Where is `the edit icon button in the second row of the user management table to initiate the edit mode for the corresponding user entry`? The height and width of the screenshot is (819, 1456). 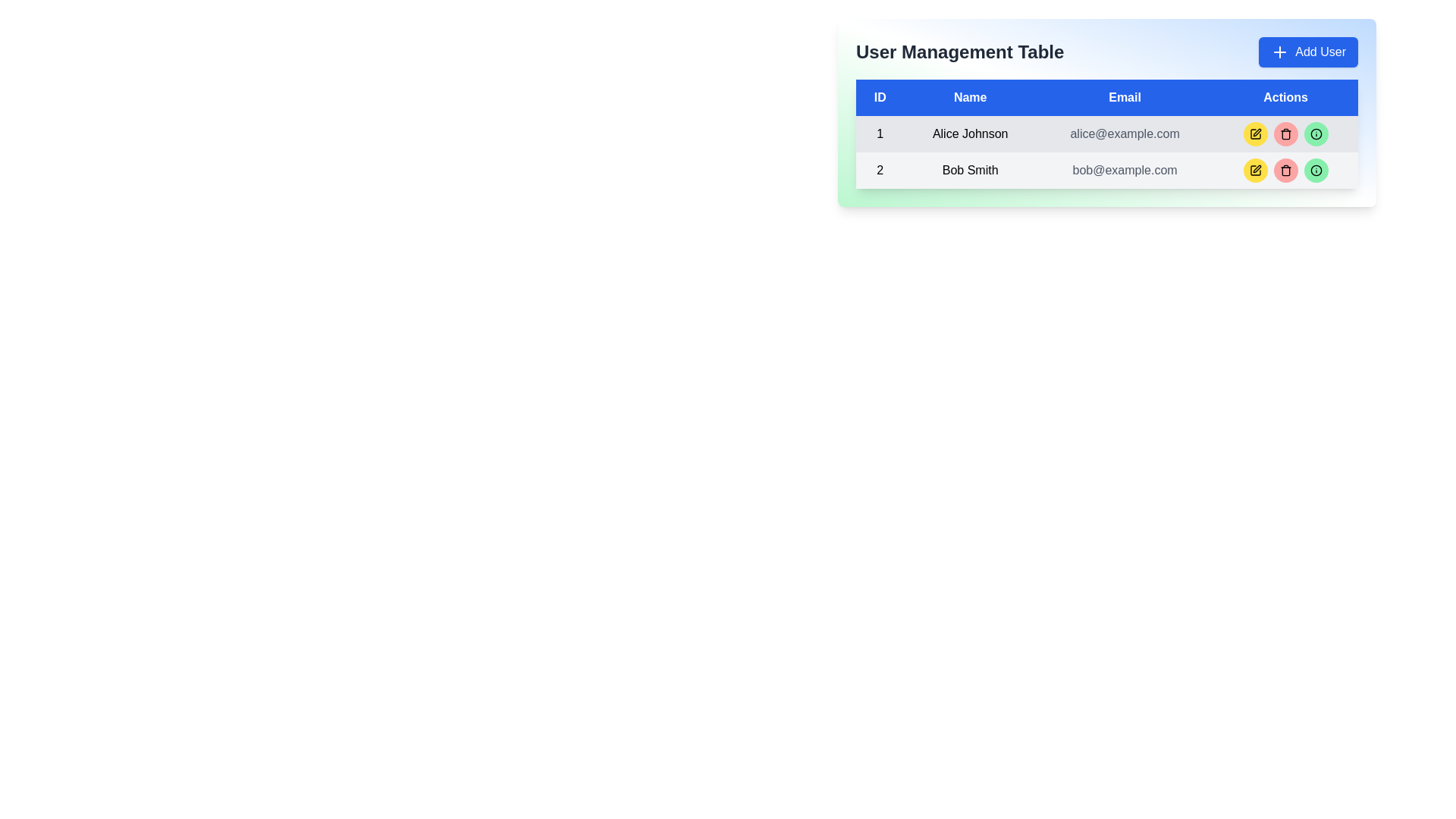 the edit icon button in the second row of the user management table to initiate the edit mode for the corresponding user entry is located at coordinates (1256, 131).